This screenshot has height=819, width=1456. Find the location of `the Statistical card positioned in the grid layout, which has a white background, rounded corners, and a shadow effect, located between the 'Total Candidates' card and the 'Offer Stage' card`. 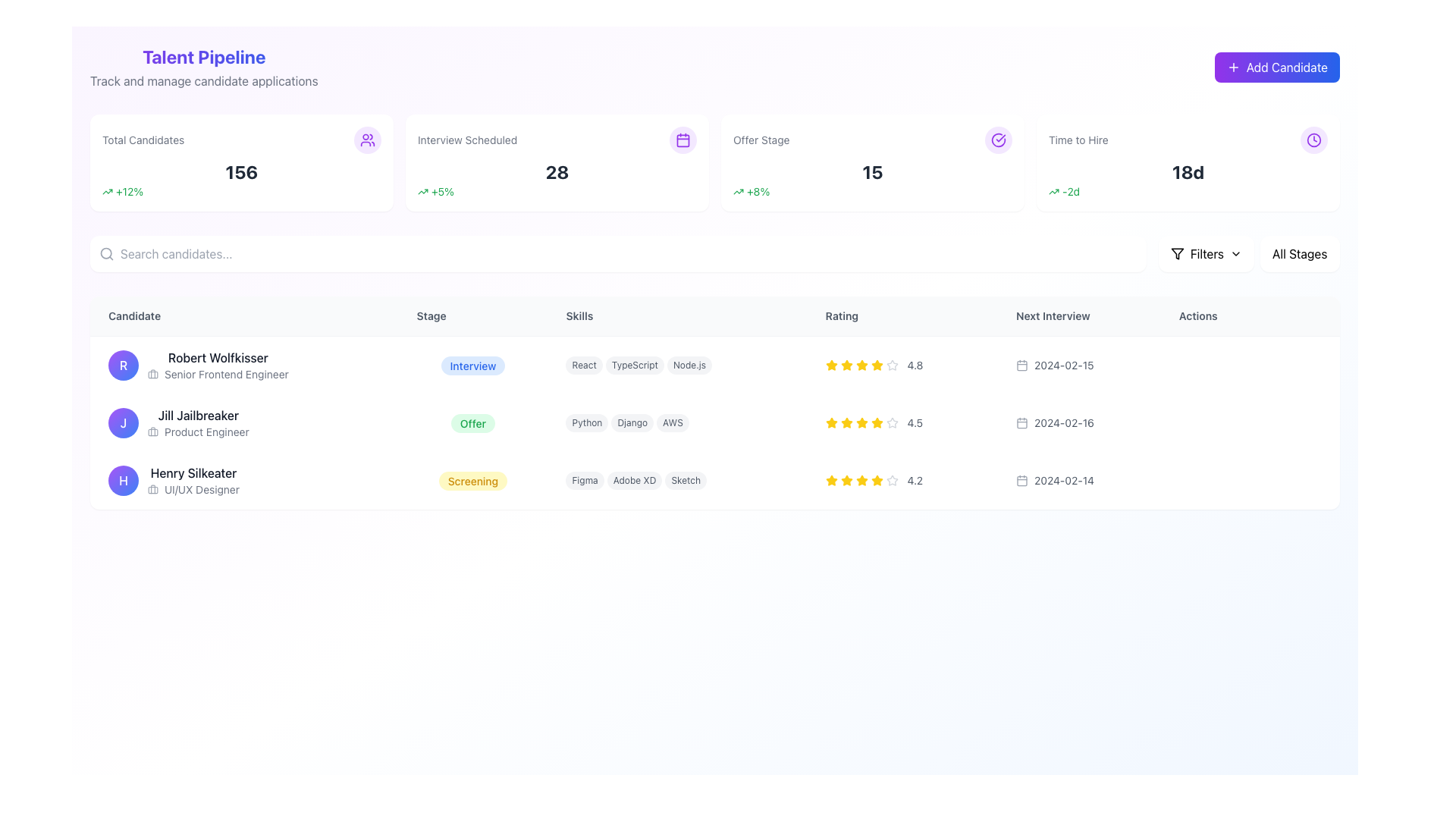

the Statistical card positioned in the grid layout, which has a white background, rounded corners, and a shadow effect, located between the 'Total Candidates' card and the 'Offer Stage' card is located at coordinates (556, 163).